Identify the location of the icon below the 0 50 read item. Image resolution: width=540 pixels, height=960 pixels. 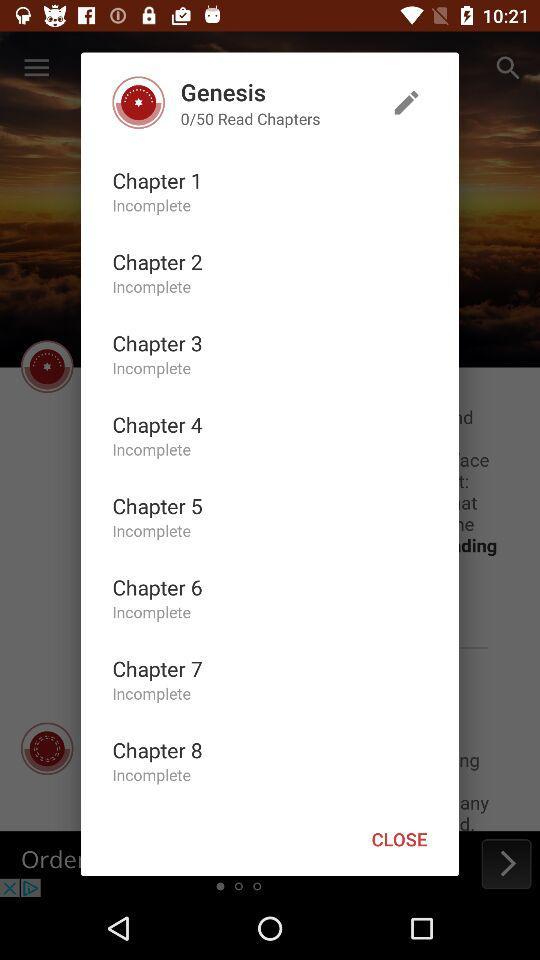
(156, 179).